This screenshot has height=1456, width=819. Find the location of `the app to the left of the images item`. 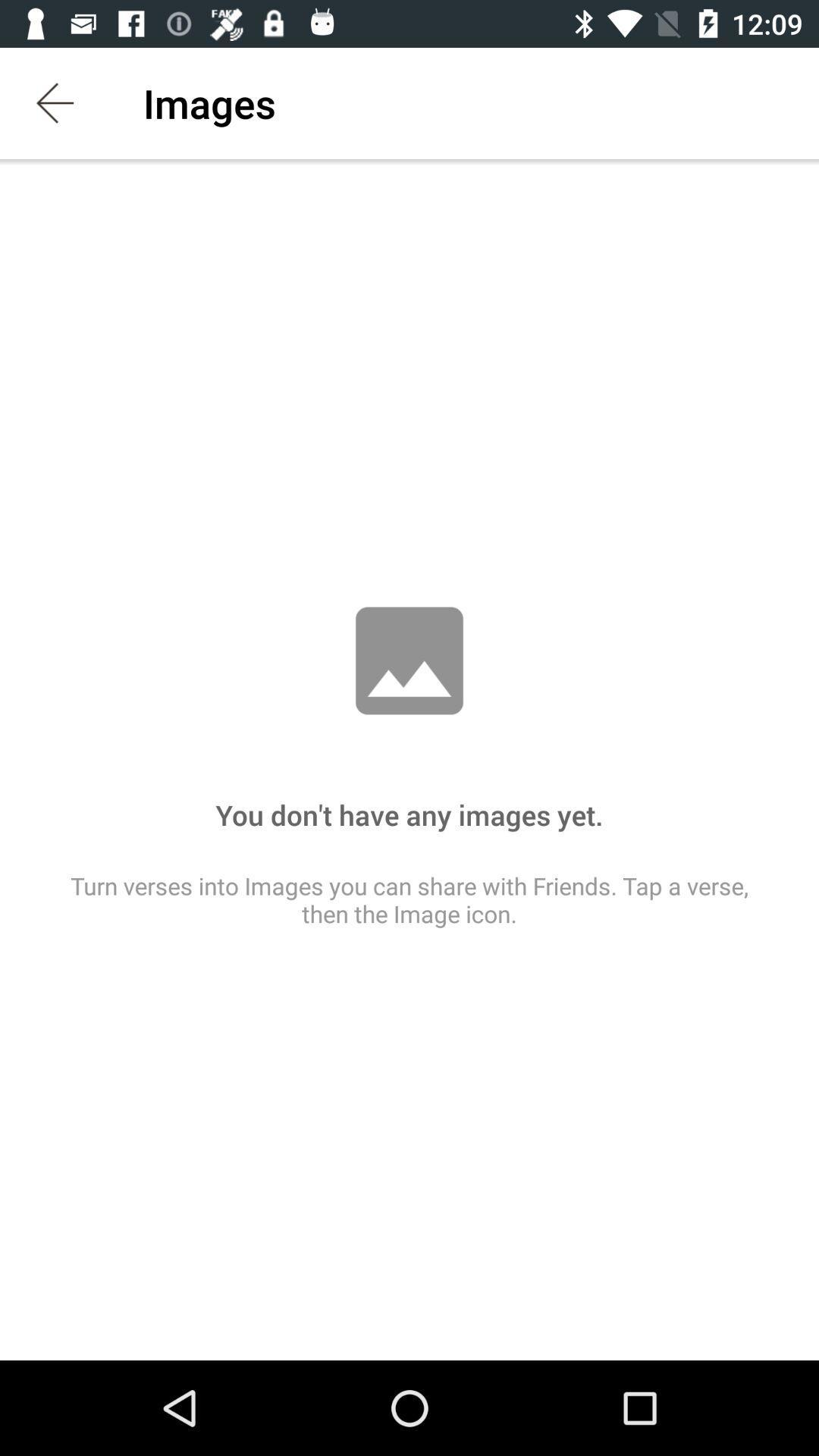

the app to the left of the images item is located at coordinates (55, 102).